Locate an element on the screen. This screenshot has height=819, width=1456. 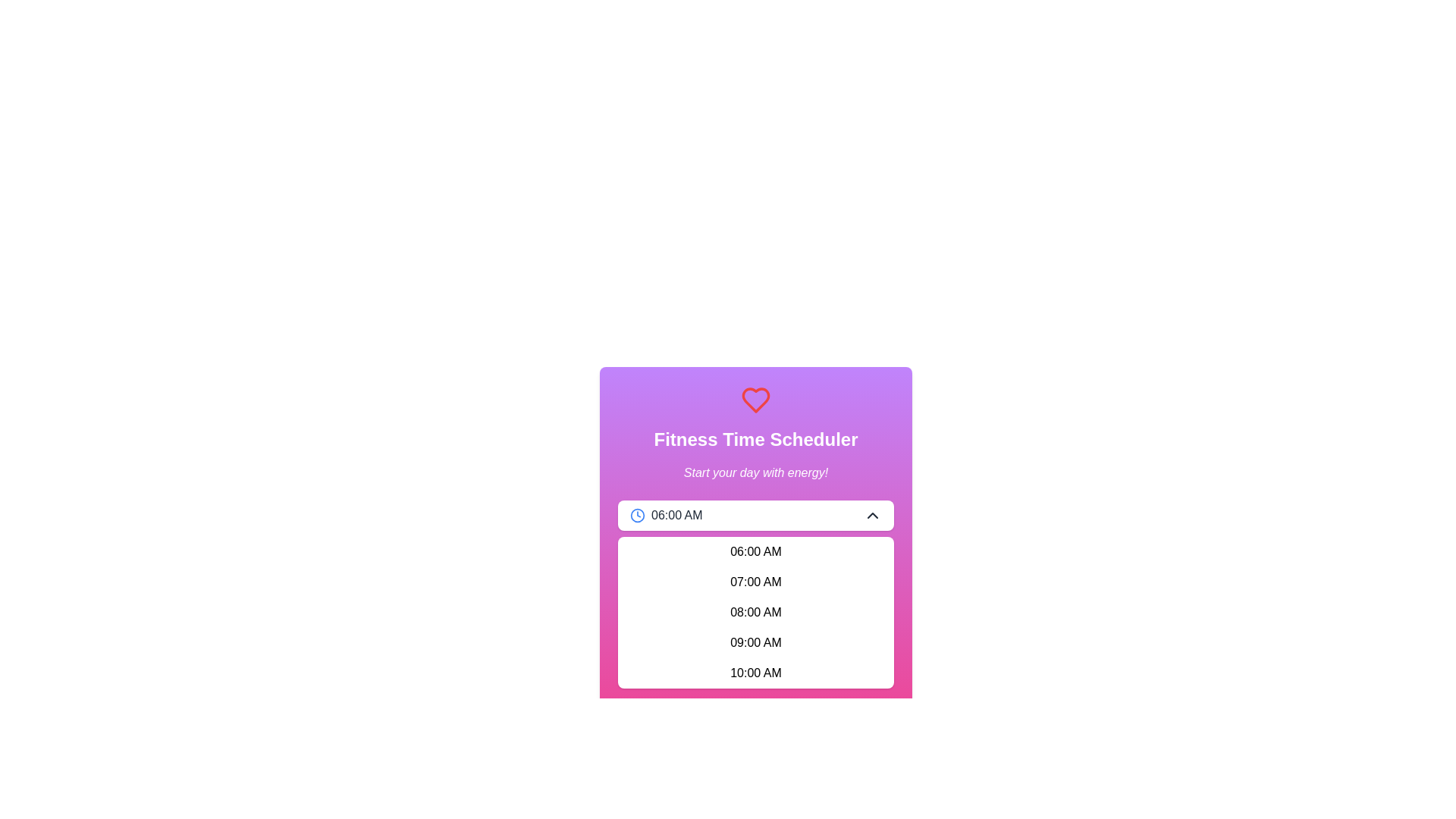
the list item displaying '09:00 AM' in bold font within the dropdown menu, which is the fourth item in the list is located at coordinates (756, 643).